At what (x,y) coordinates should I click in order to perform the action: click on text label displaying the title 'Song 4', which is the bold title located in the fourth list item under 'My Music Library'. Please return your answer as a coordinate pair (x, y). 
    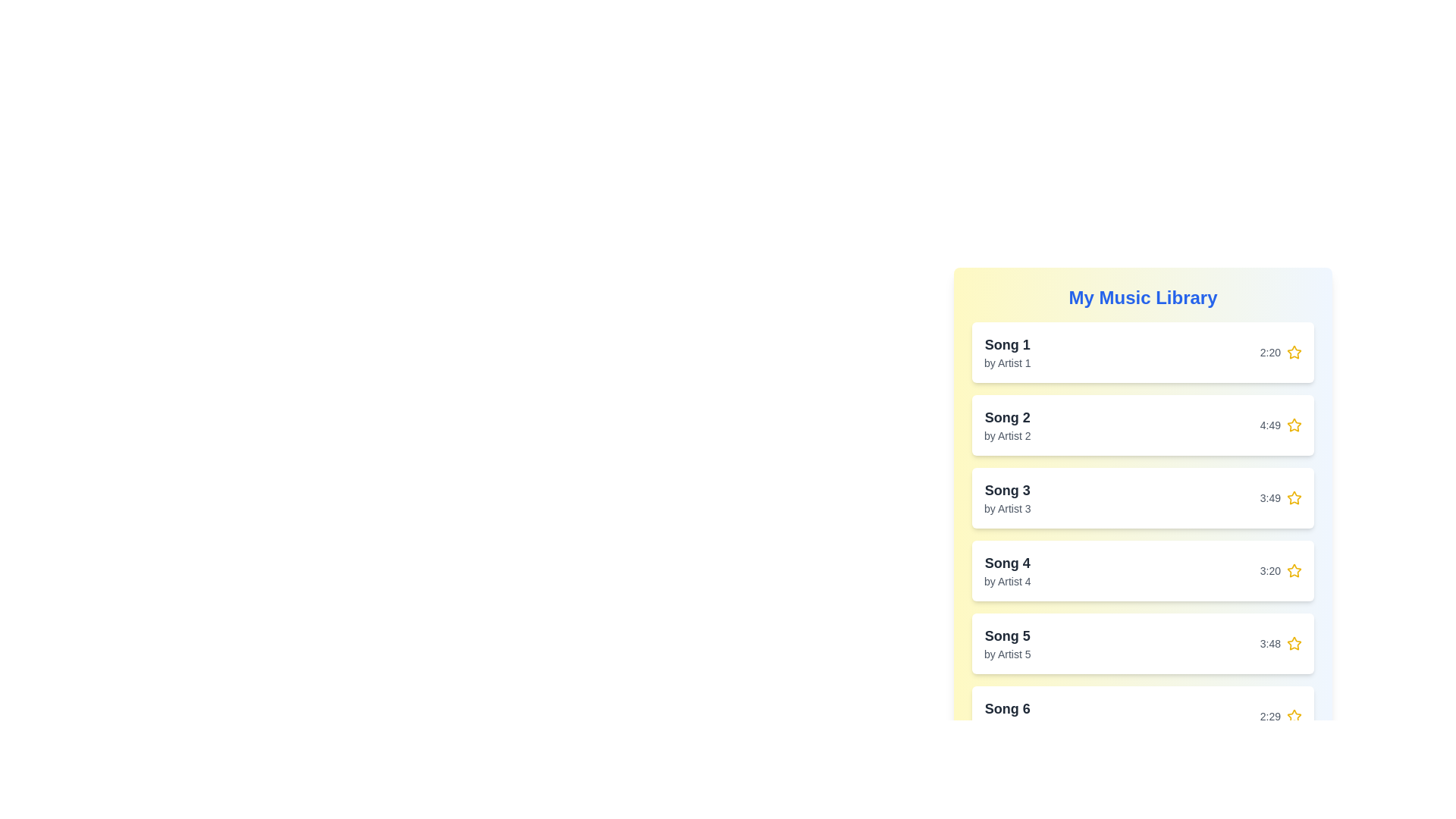
    Looking at the image, I should click on (1007, 563).